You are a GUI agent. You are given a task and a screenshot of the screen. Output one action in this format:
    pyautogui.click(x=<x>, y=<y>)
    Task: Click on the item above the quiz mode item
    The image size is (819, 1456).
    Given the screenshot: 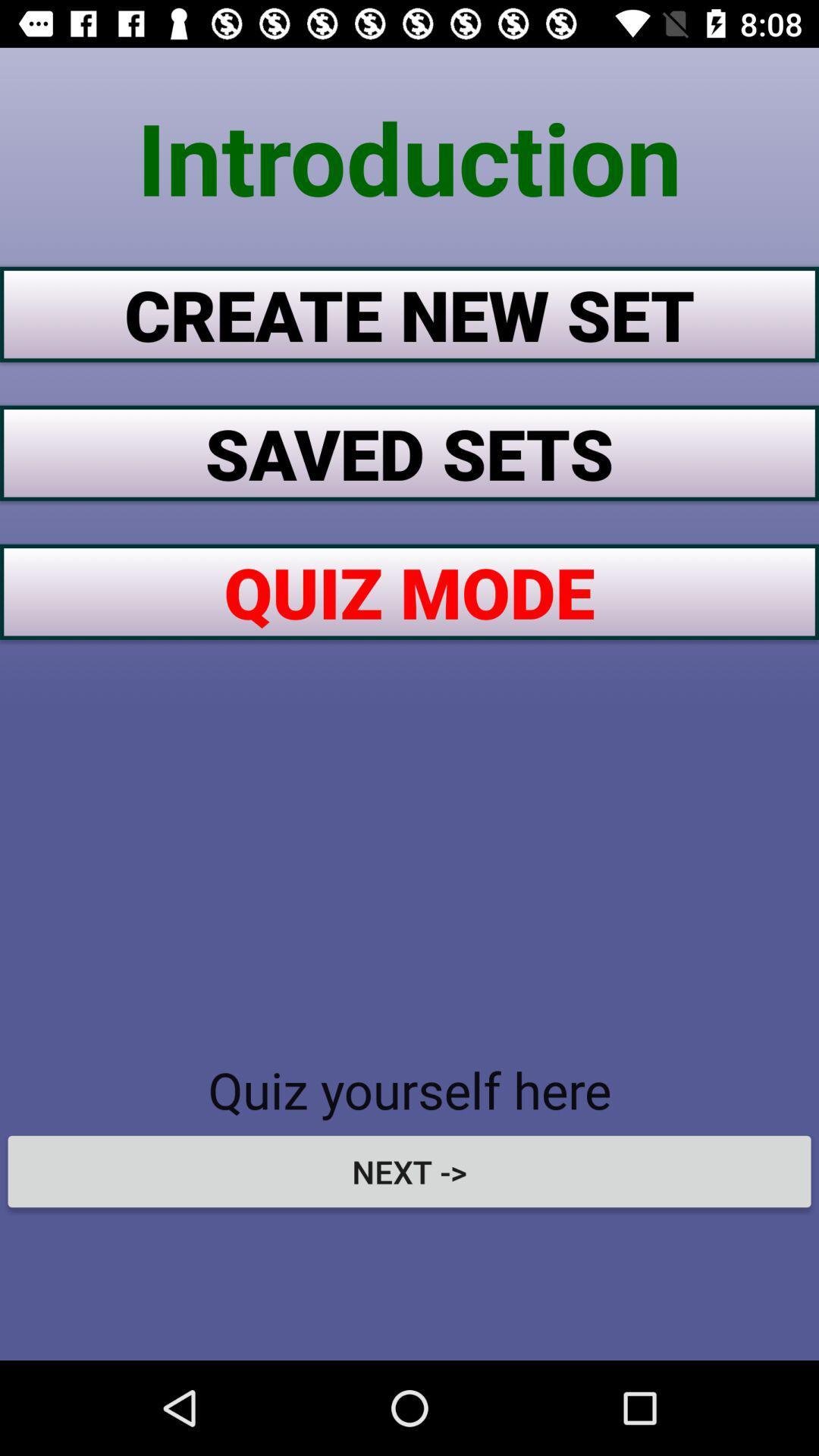 What is the action you would take?
    pyautogui.click(x=409, y=452)
    